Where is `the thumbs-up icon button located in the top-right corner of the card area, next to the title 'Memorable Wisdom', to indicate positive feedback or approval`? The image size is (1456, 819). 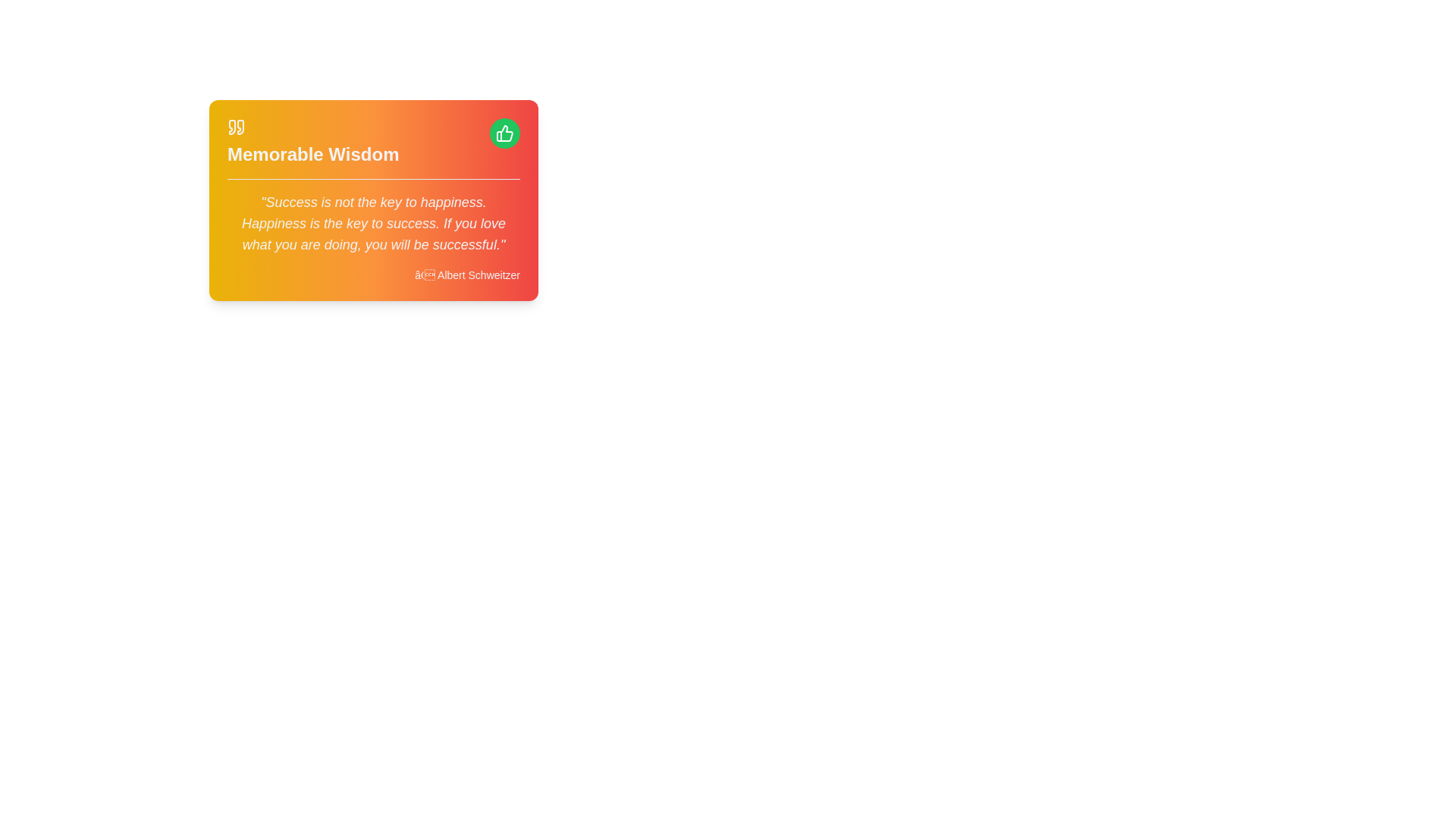
the thumbs-up icon button located in the top-right corner of the card area, next to the title 'Memorable Wisdom', to indicate positive feedback or approval is located at coordinates (505, 133).